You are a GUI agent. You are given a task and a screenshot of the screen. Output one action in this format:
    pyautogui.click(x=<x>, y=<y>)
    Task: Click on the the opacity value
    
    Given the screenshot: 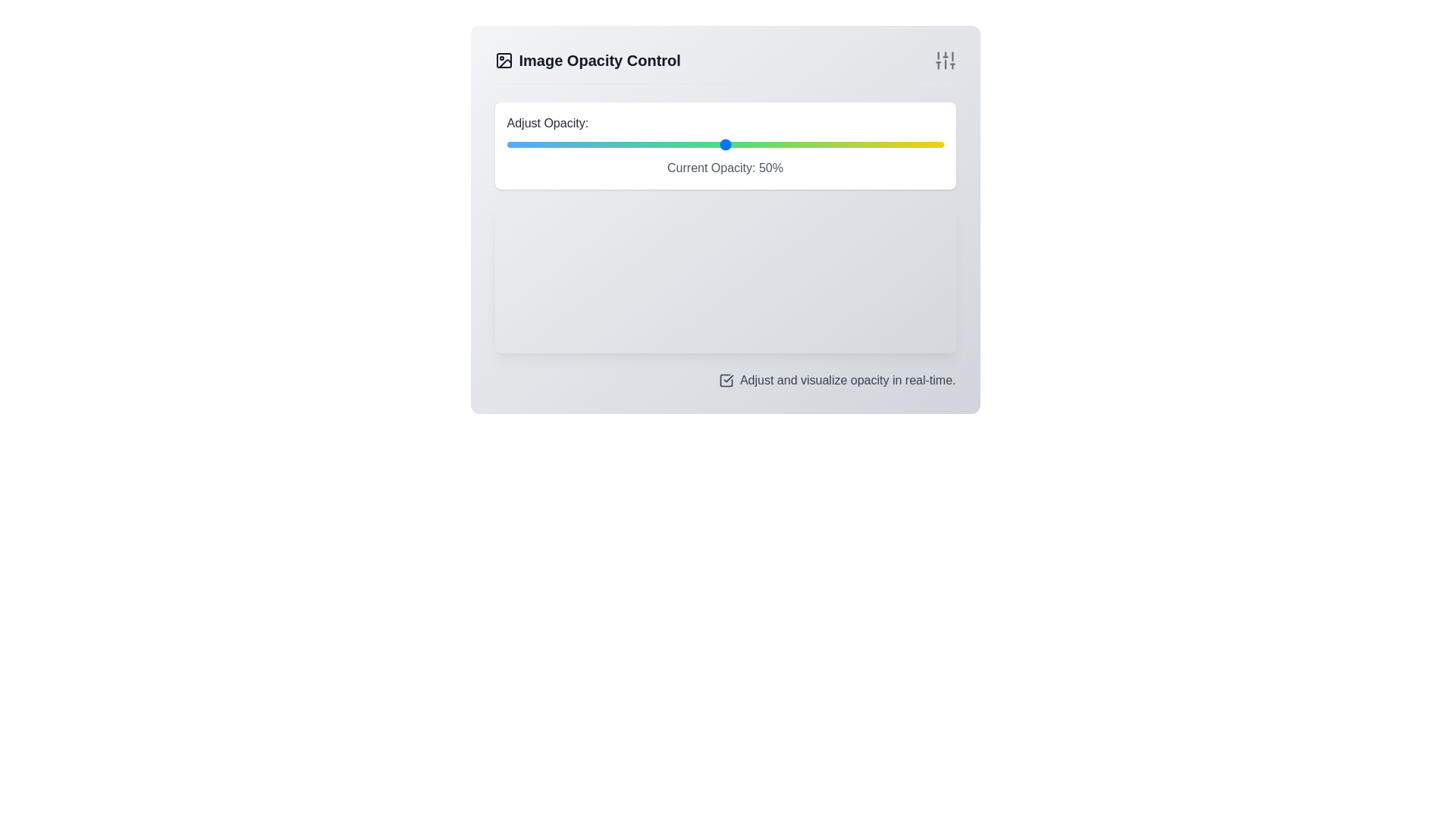 What is the action you would take?
    pyautogui.click(x=616, y=145)
    